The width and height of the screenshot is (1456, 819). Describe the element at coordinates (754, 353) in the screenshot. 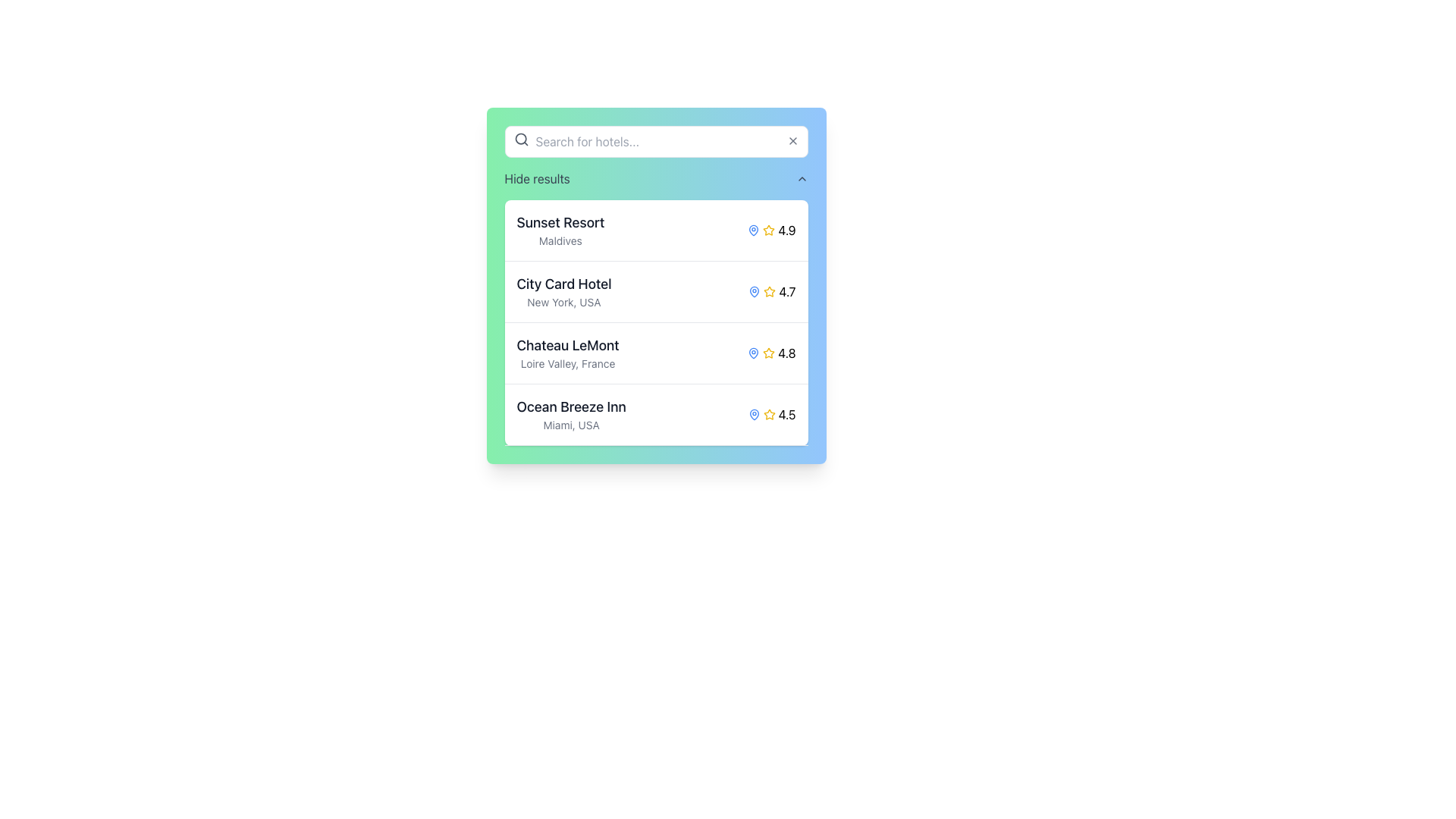

I see `the location pin icon next to 'Chateau LeMont' which indicates its geographical relevance, represented as a blue SVG element` at that location.